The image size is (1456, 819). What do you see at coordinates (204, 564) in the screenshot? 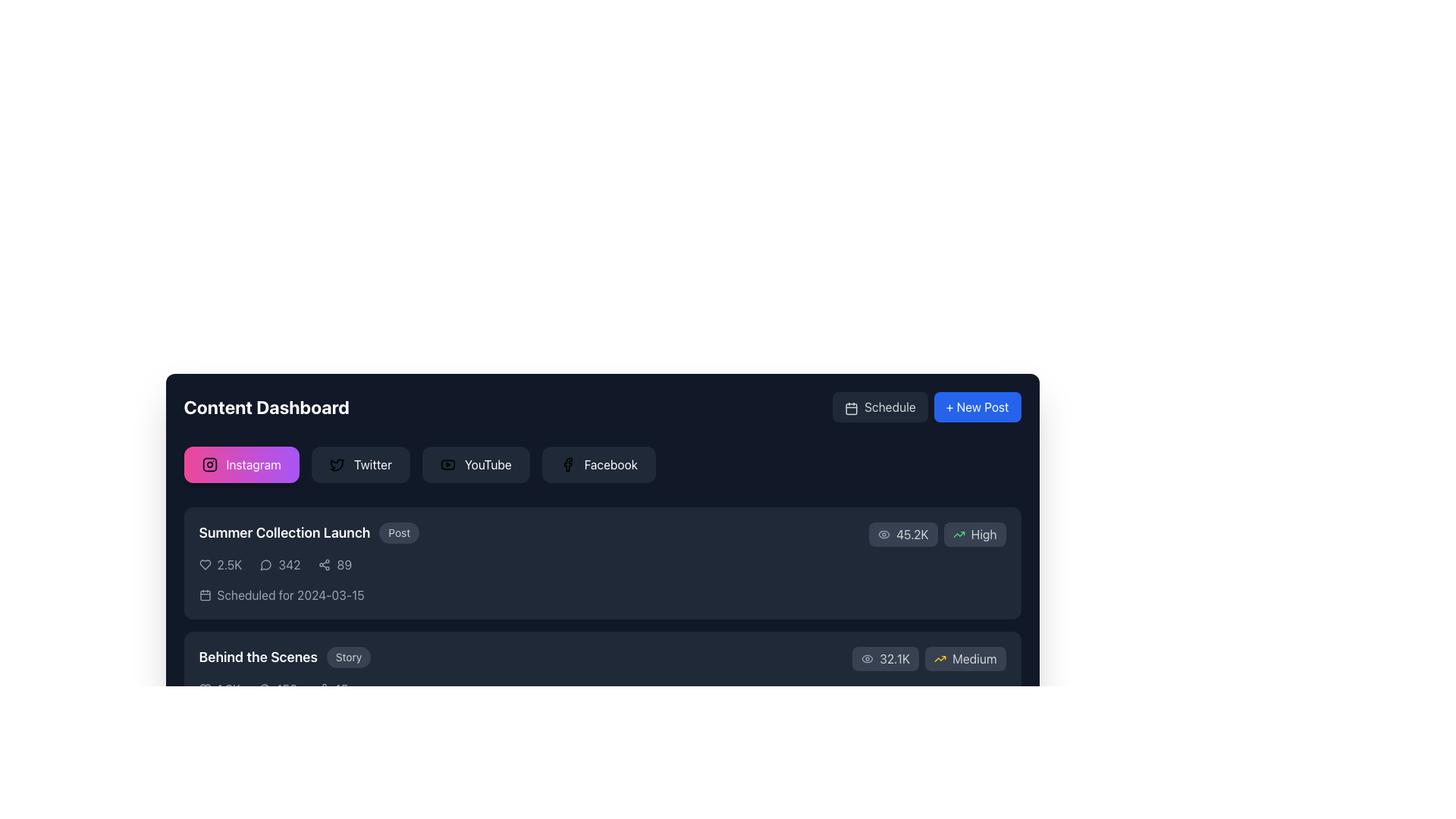
I see `the heart-shaped icon with a grayish tone that represents likes or favorites, located within the 'Summer Collection Launch' section of the 'Content Dashboard', next to the text label '2.5K'` at bounding box center [204, 564].